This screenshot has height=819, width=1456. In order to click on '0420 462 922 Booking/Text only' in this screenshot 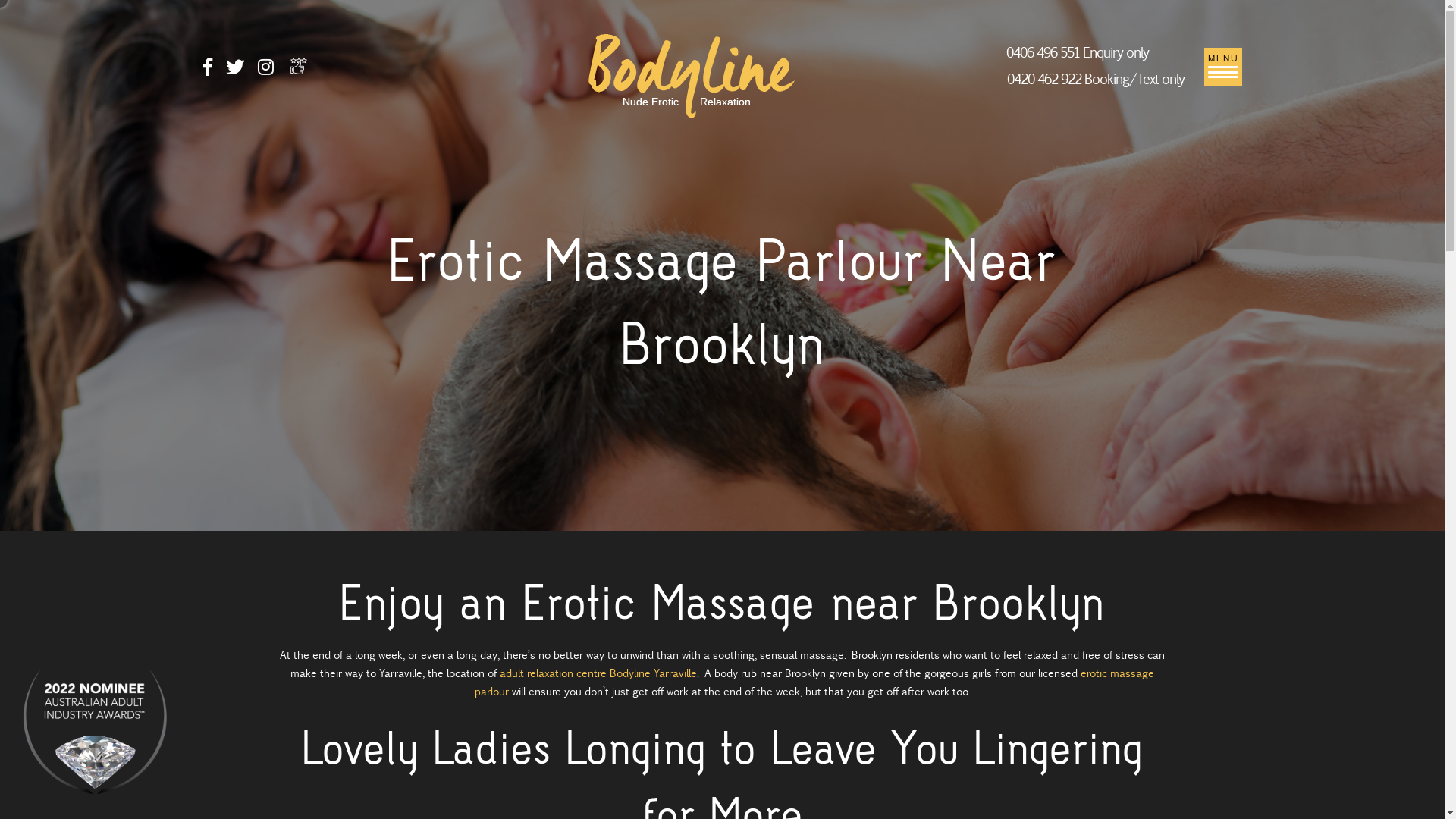, I will do `click(1006, 79)`.